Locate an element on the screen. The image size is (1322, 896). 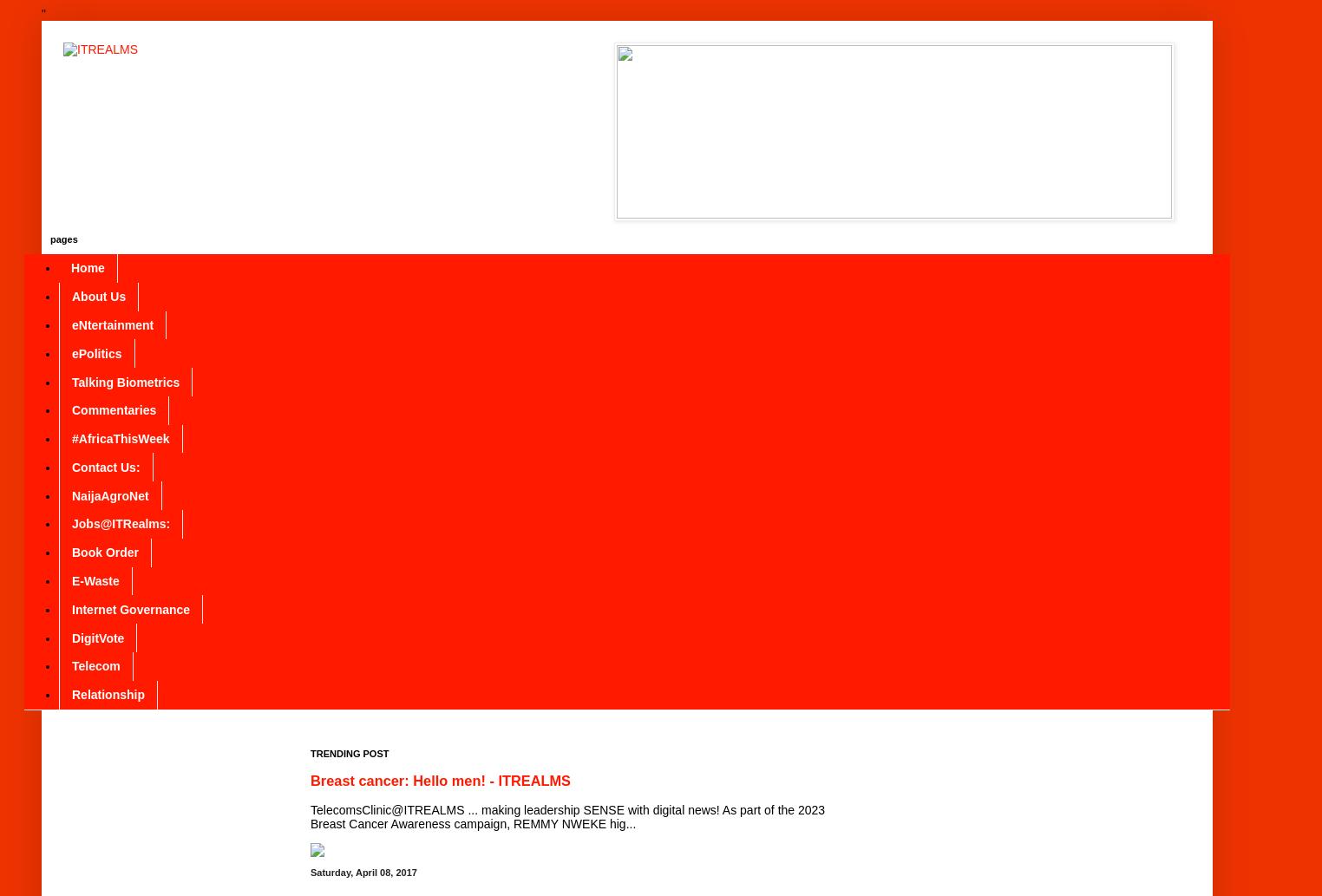
'TelecomsClinic@ITREALMS ... making leadership SENSE with digital news! As part of the 2023 Breast Cancer Awareness campaign, REMMY NWEKE hig...' is located at coordinates (310, 815).